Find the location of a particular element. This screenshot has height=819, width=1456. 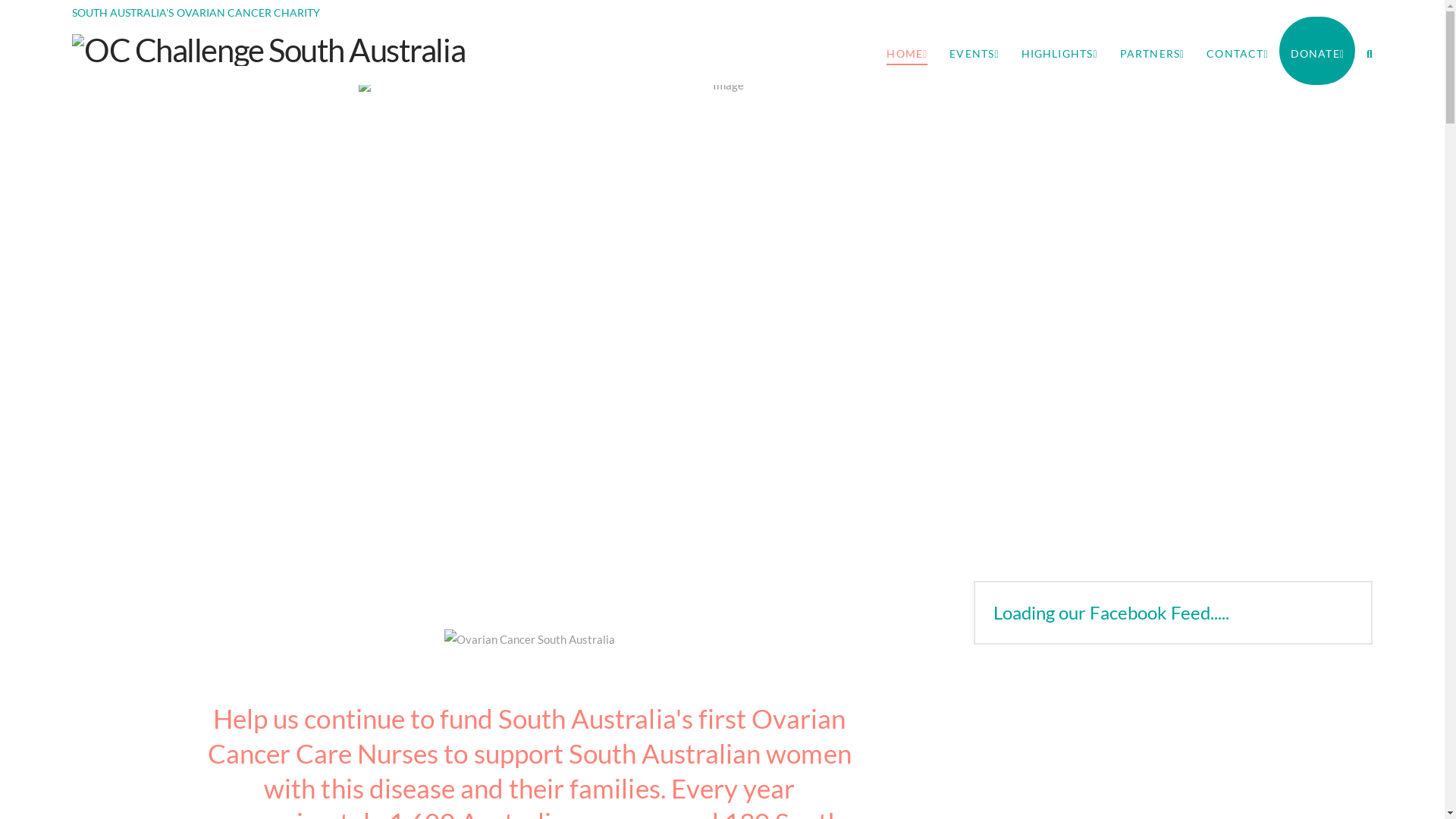

'CONTACT' is located at coordinates (1237, 49).